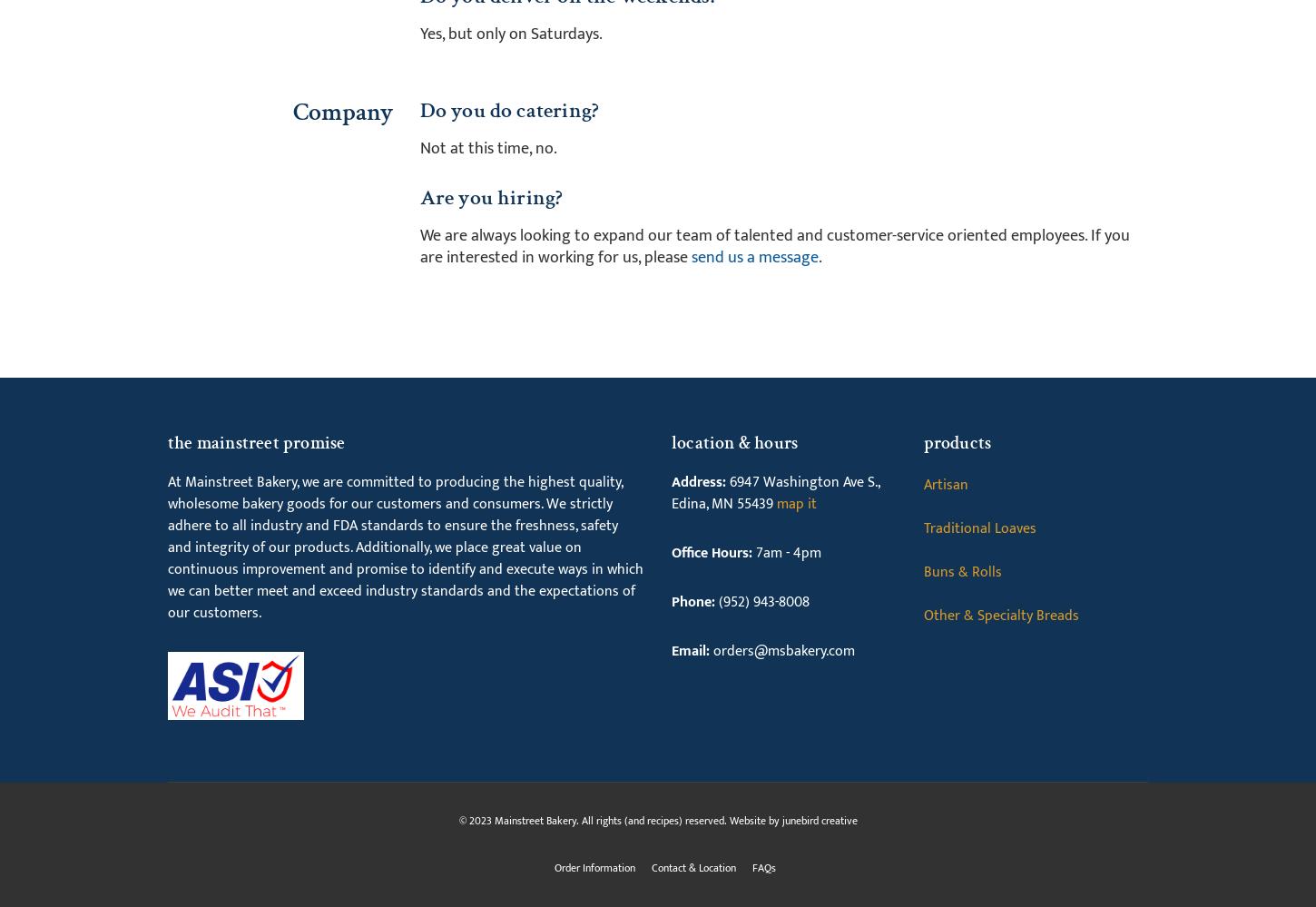 This screenshot has height=907, width=1316. What do you see at coordinates (417, 33) in the screenshot?
I see `'Yes, but only on Saturdays.'` at bounding box center [417, 33].